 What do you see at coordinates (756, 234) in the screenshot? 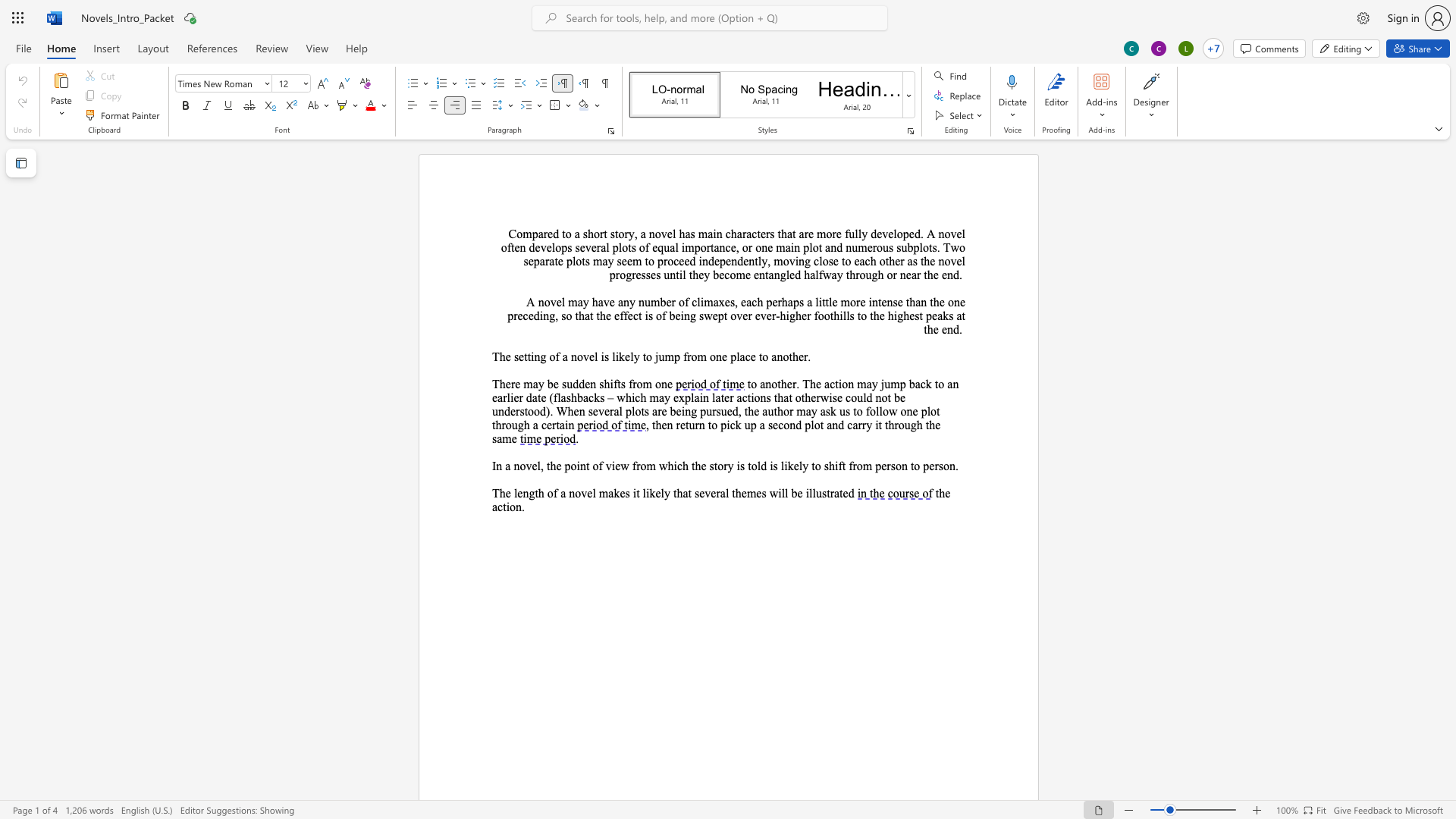
I see `the space between the continuous character "c" and "t" in the text` at bounding box center [756, 234].